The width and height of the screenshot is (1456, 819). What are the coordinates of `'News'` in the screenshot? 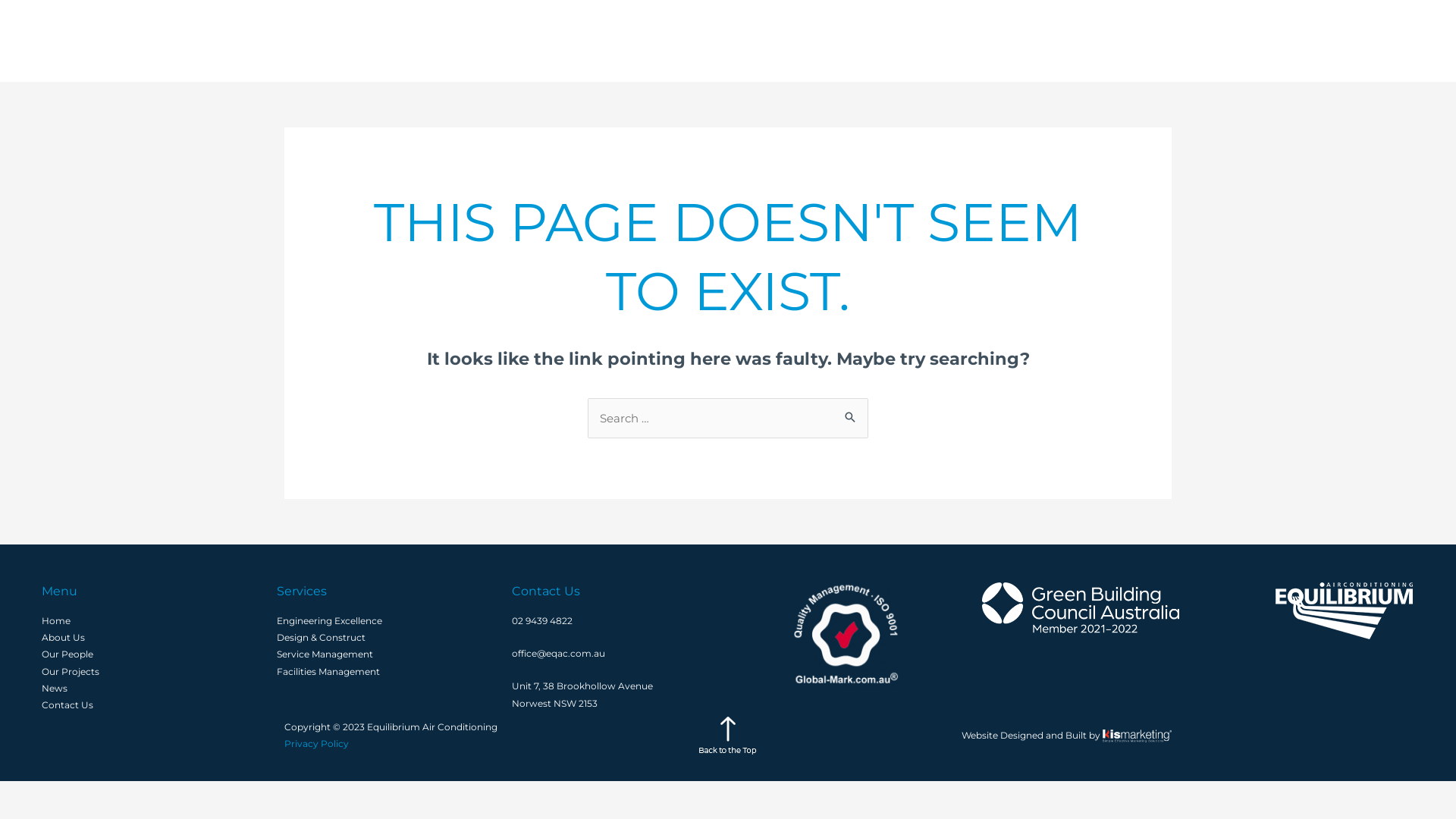 It's located at (1259, 40).